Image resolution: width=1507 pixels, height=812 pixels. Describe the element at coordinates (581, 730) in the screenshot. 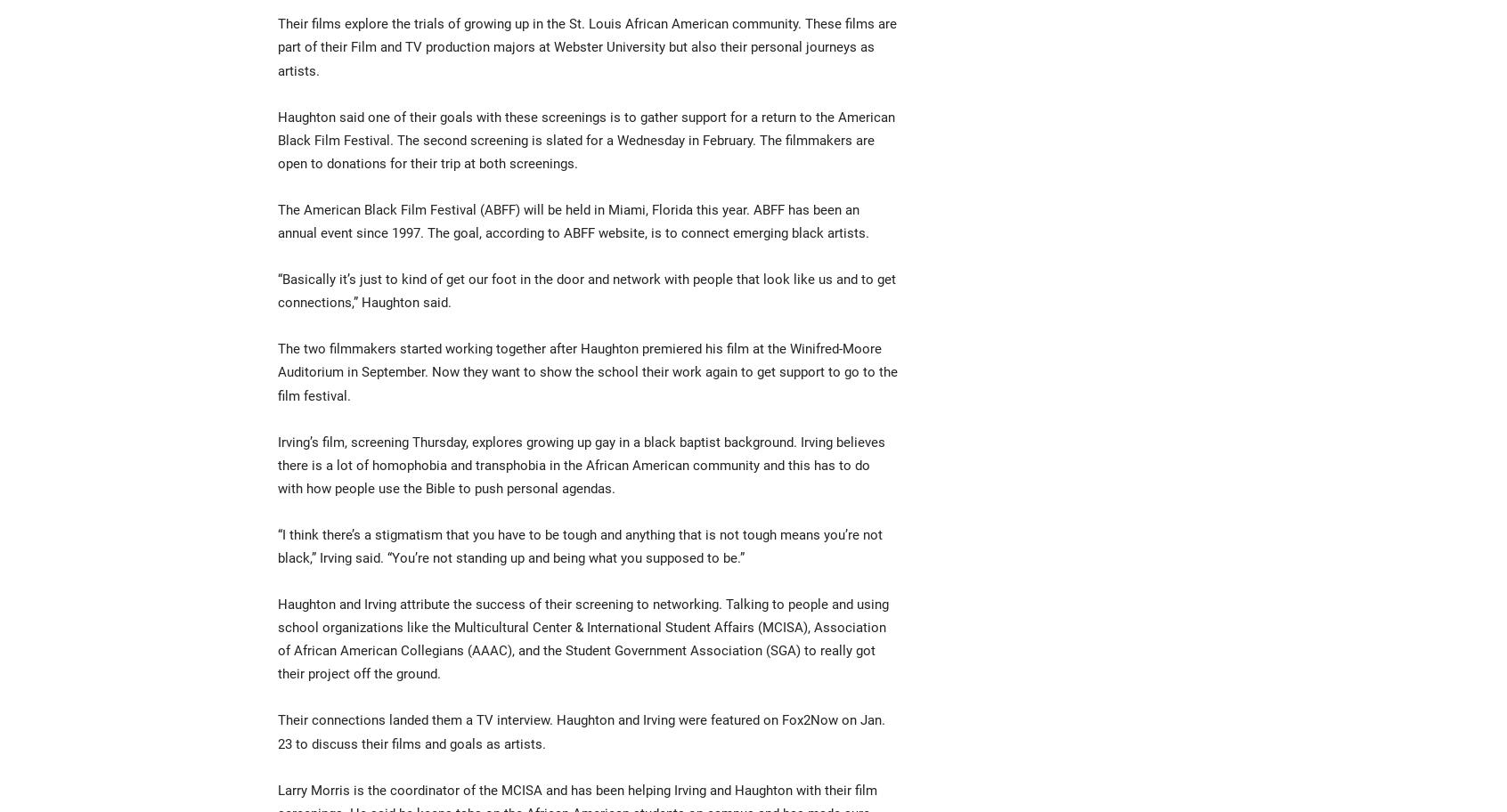

I see `'Their connections landed them a TV interview. Haughton and Irving were featured on Fox2Now on Jan. 23 to discuss their films and goals as artists.'` at that location.